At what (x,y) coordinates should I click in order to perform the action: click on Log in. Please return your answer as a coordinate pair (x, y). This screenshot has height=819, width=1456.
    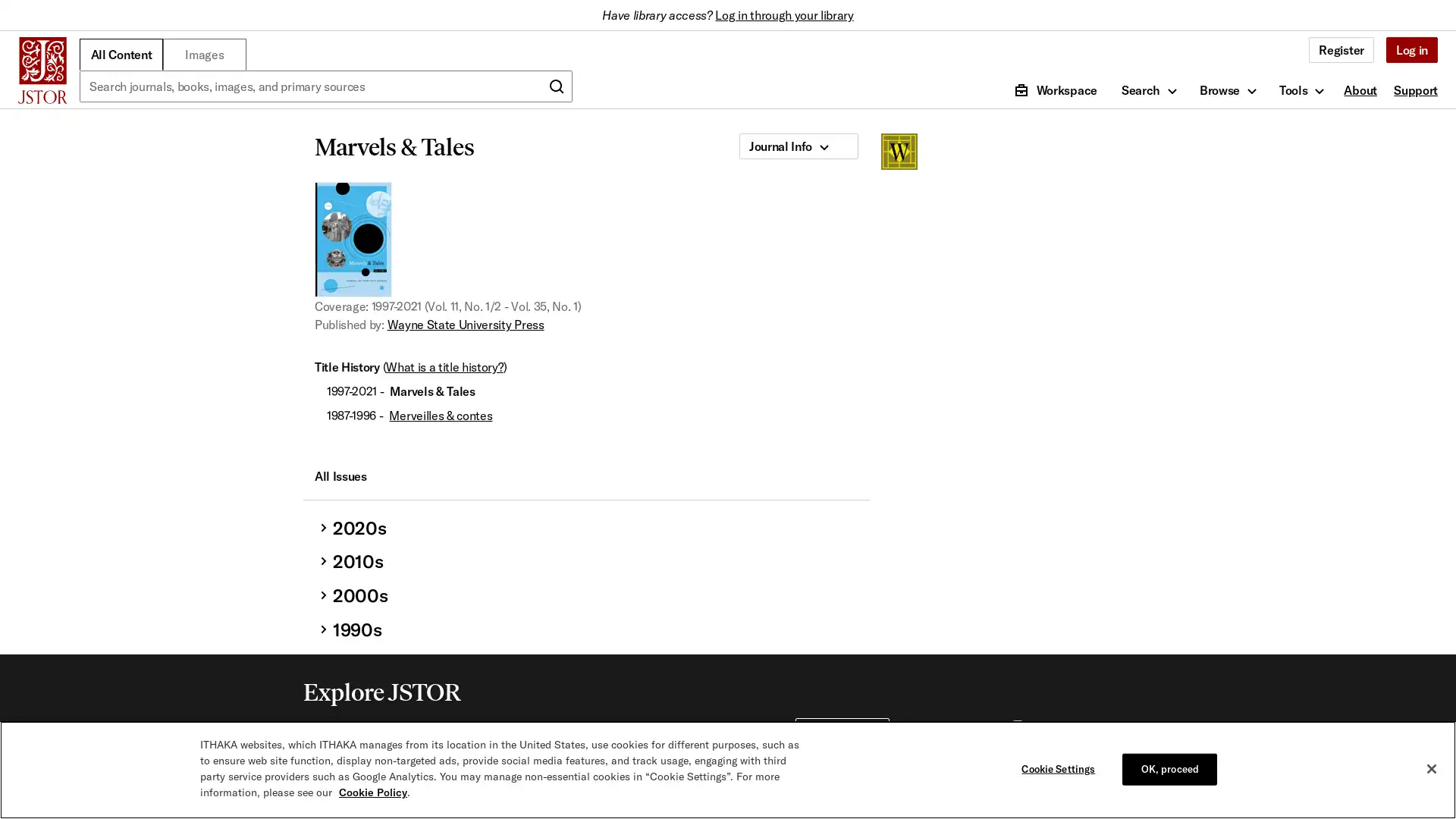
    Looking at the image, I should click on (1410, 49).